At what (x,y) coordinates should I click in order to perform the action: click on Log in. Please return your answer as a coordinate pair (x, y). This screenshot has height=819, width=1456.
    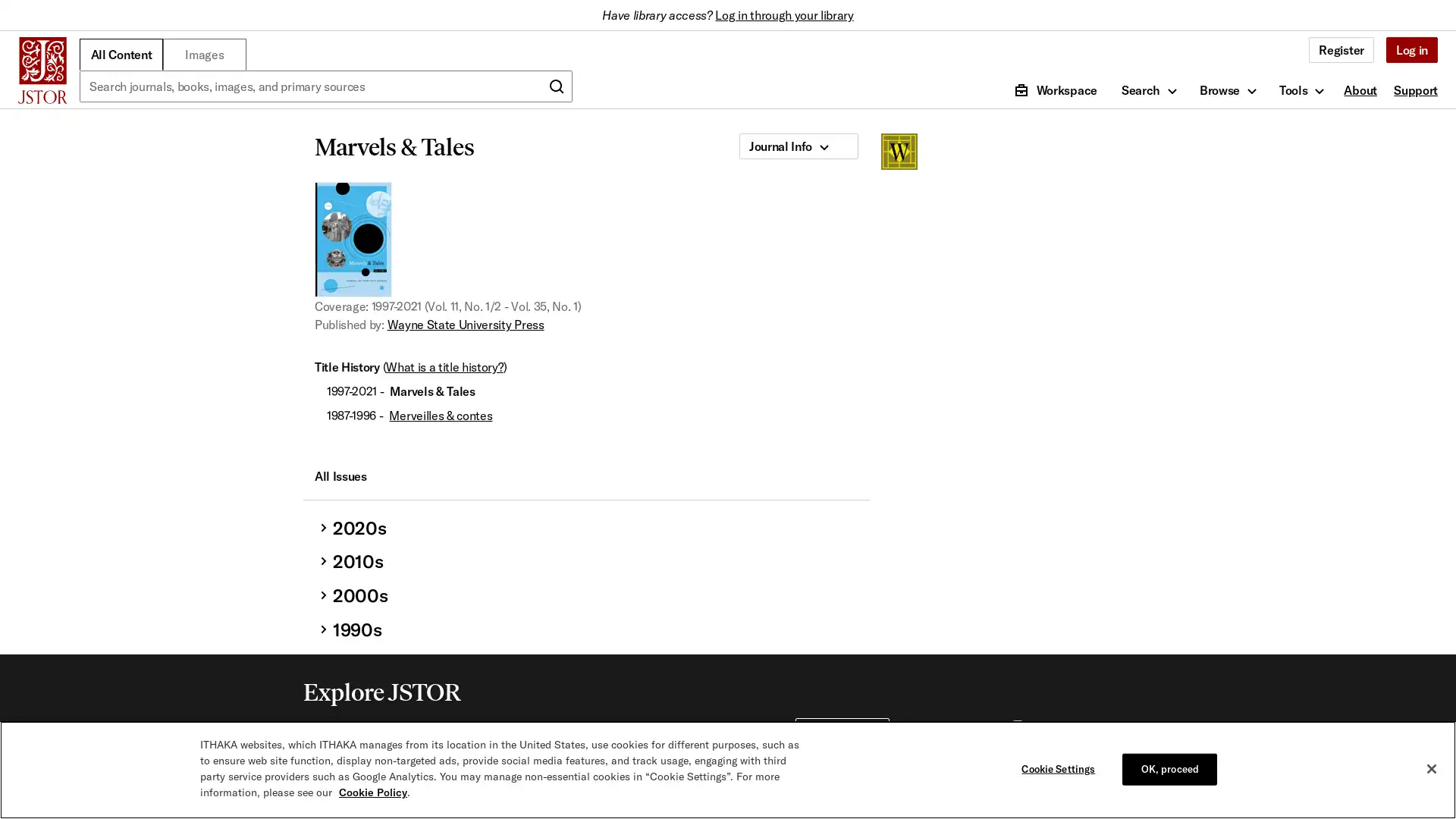
    Looking at the image, I should click on (1410, 49).